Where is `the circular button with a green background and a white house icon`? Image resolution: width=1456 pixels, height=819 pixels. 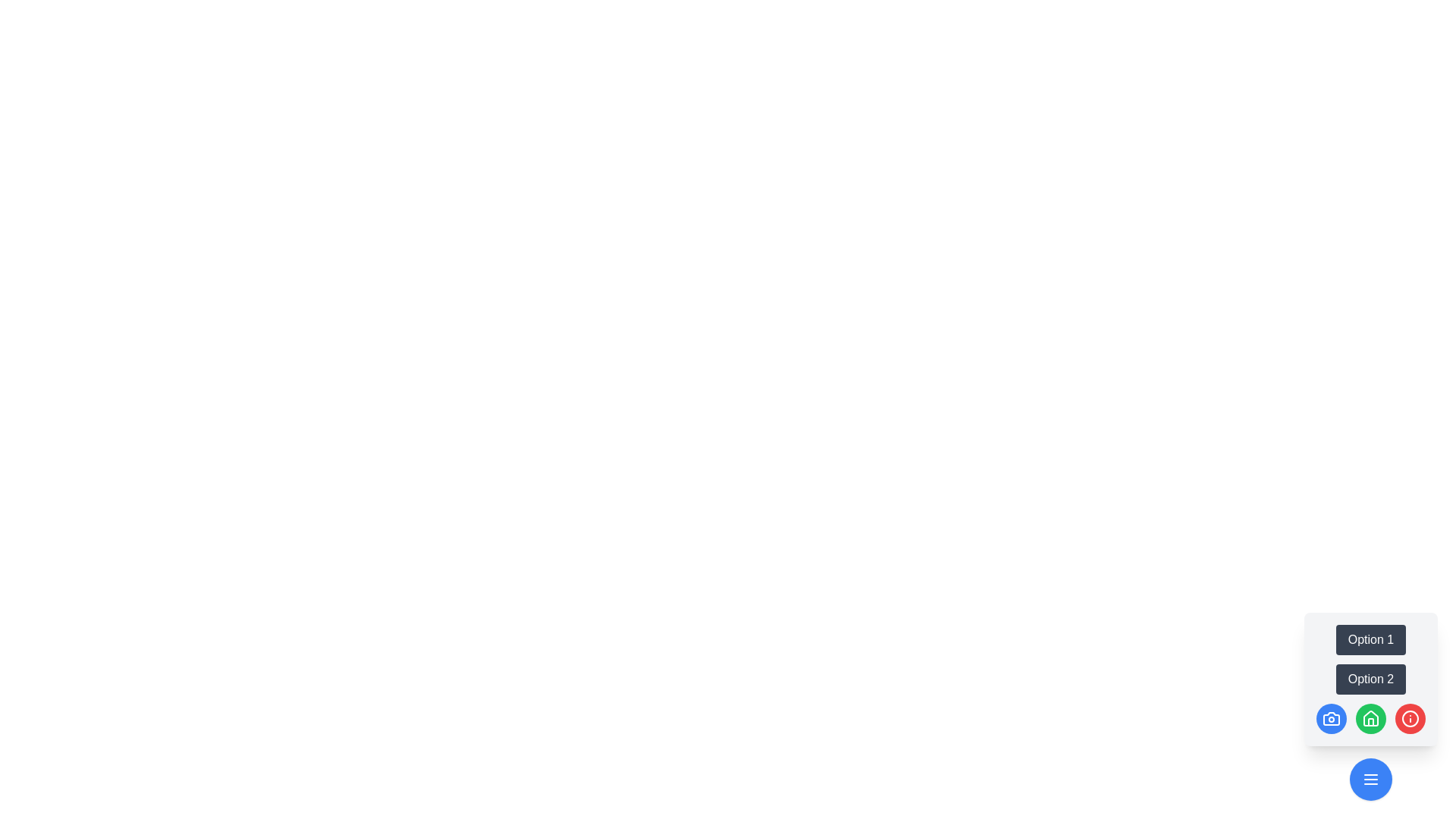 the circular button with a green background and a white house icon is located at coordinates (1371, 718).